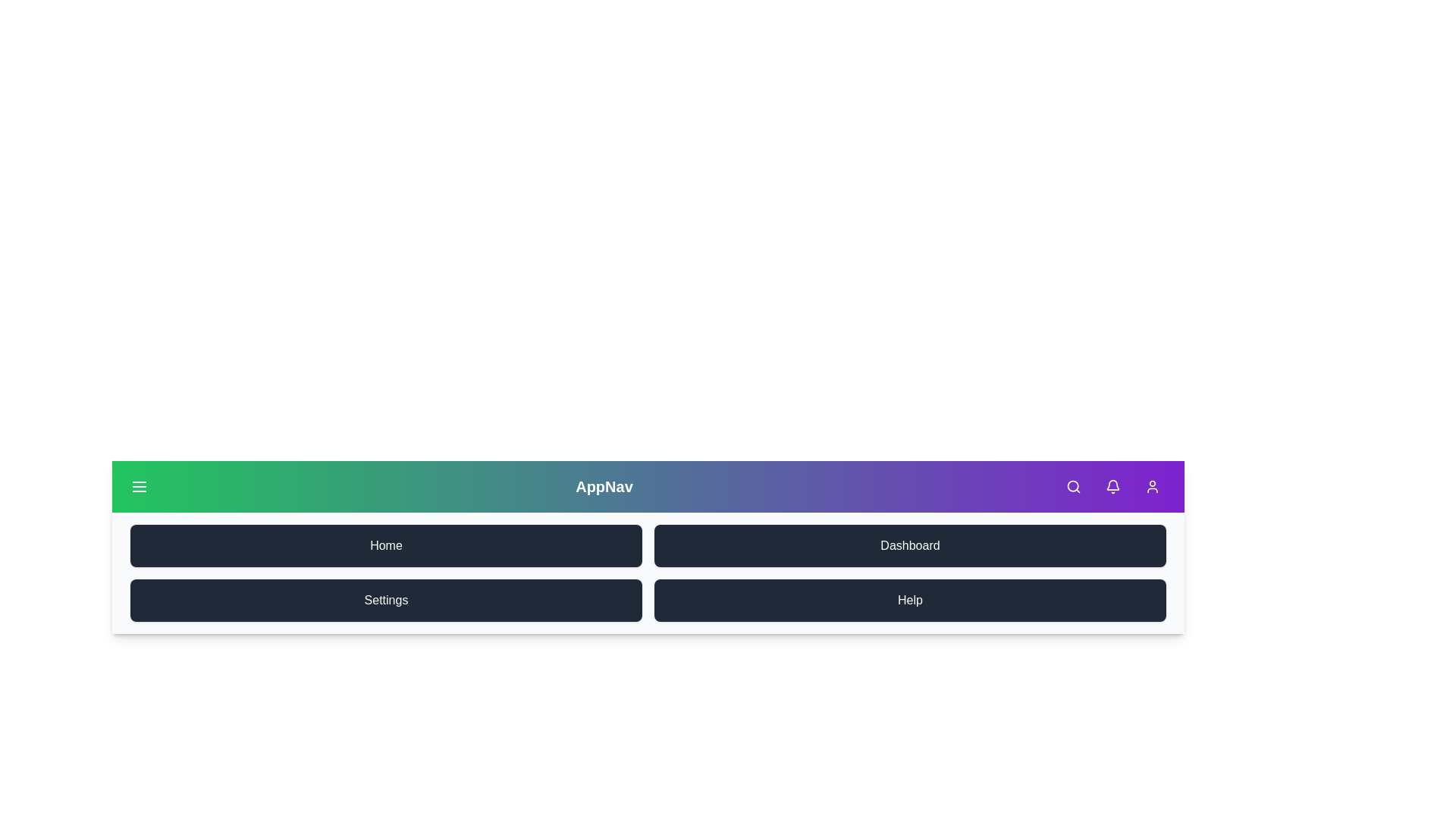 The image size is (1456, 819). What do you see at coordinates (386, 546) in the screenshot?
I see `the menu item Home by clicking on it` at bounding box center [386, 546].